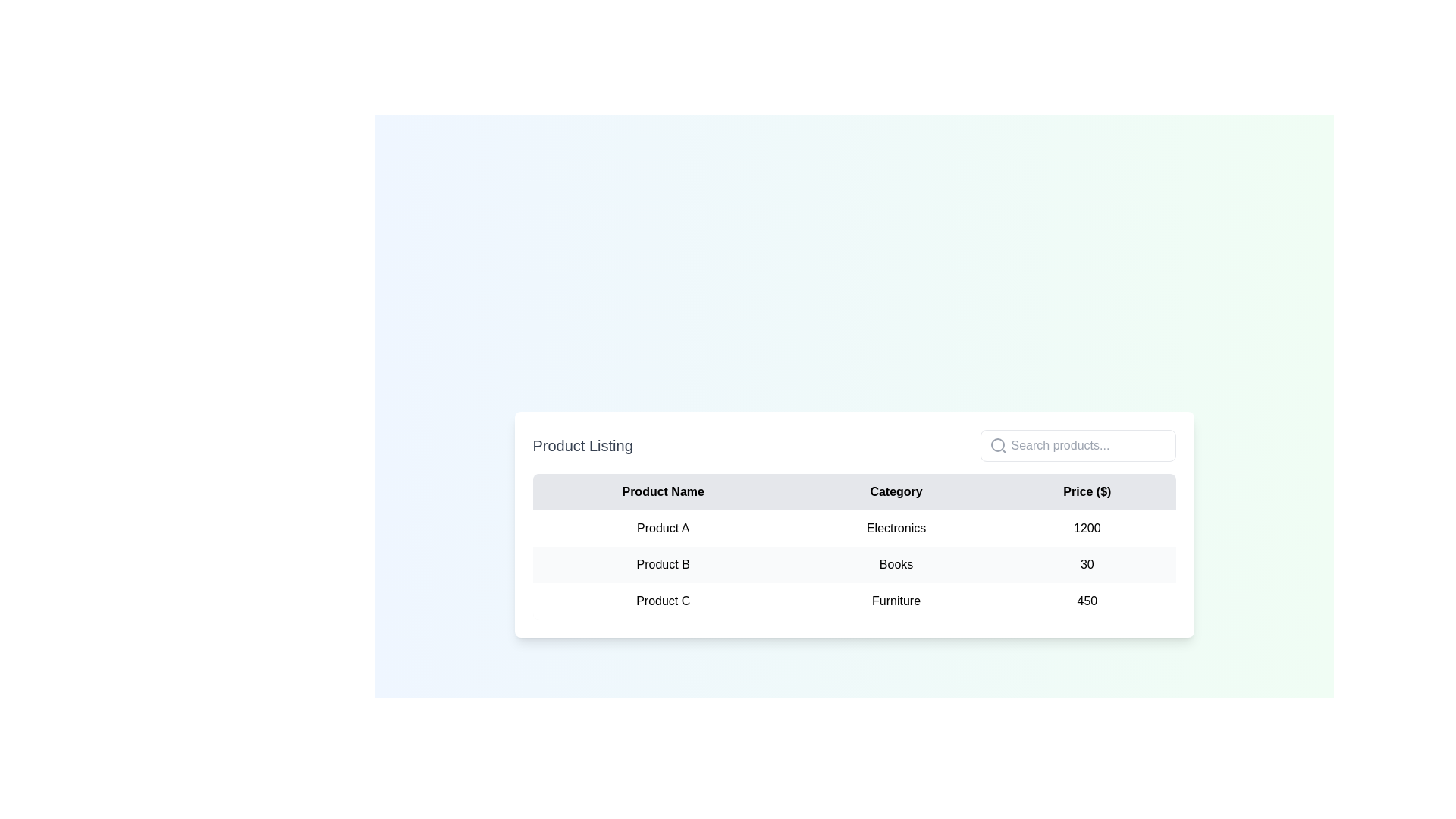 This screenshot has width=1456, height=819. I want to click on the static text displaying the numeric value '1200' in the 'Price ($)' column of the second row corresponding to 'Product A' in the Electronics category, so click(1086, 528).